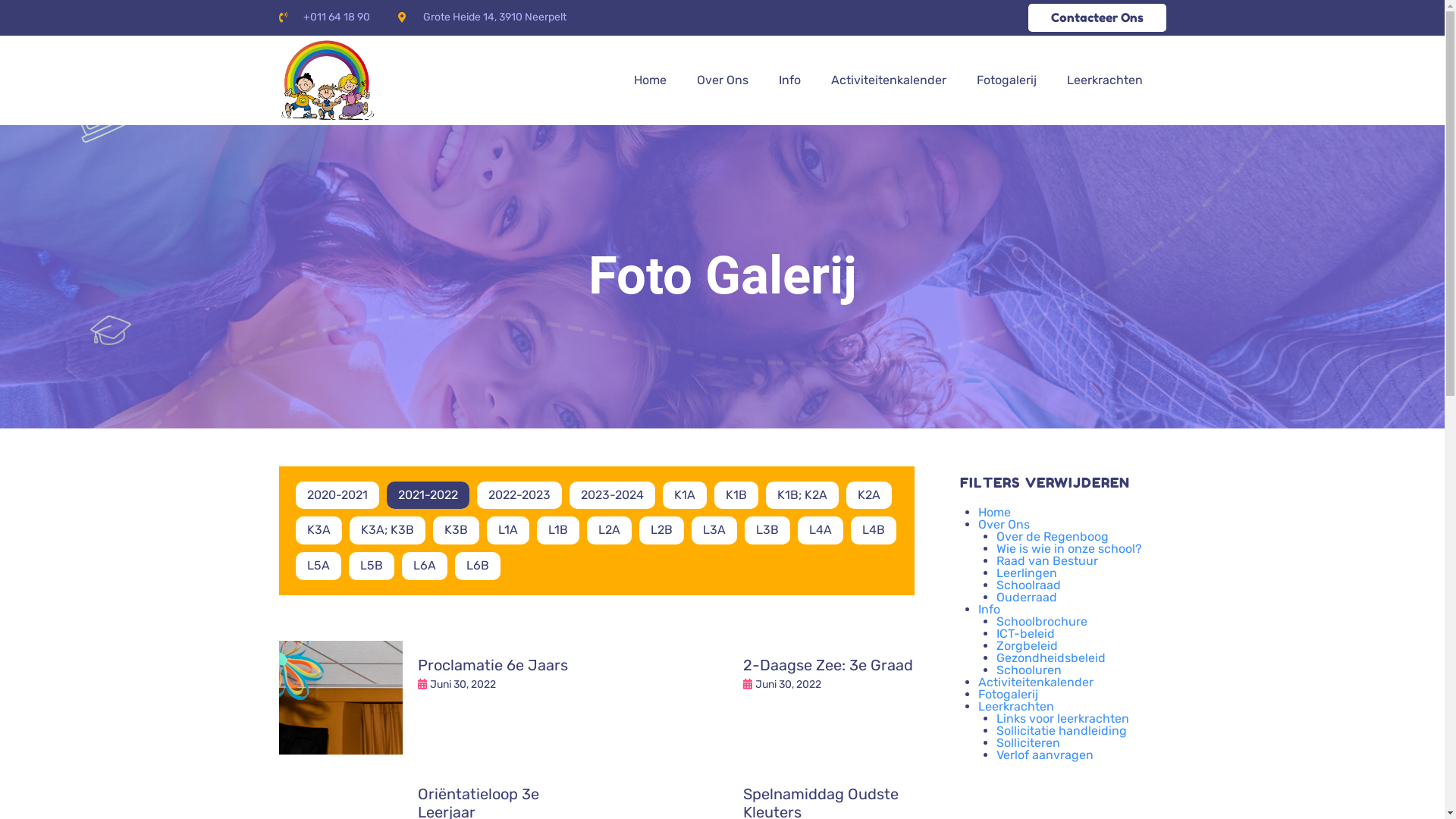 This screenshot has width=1456, height=819. I want to click on 'Wie is wie in onze school?', so click(1068, 548).